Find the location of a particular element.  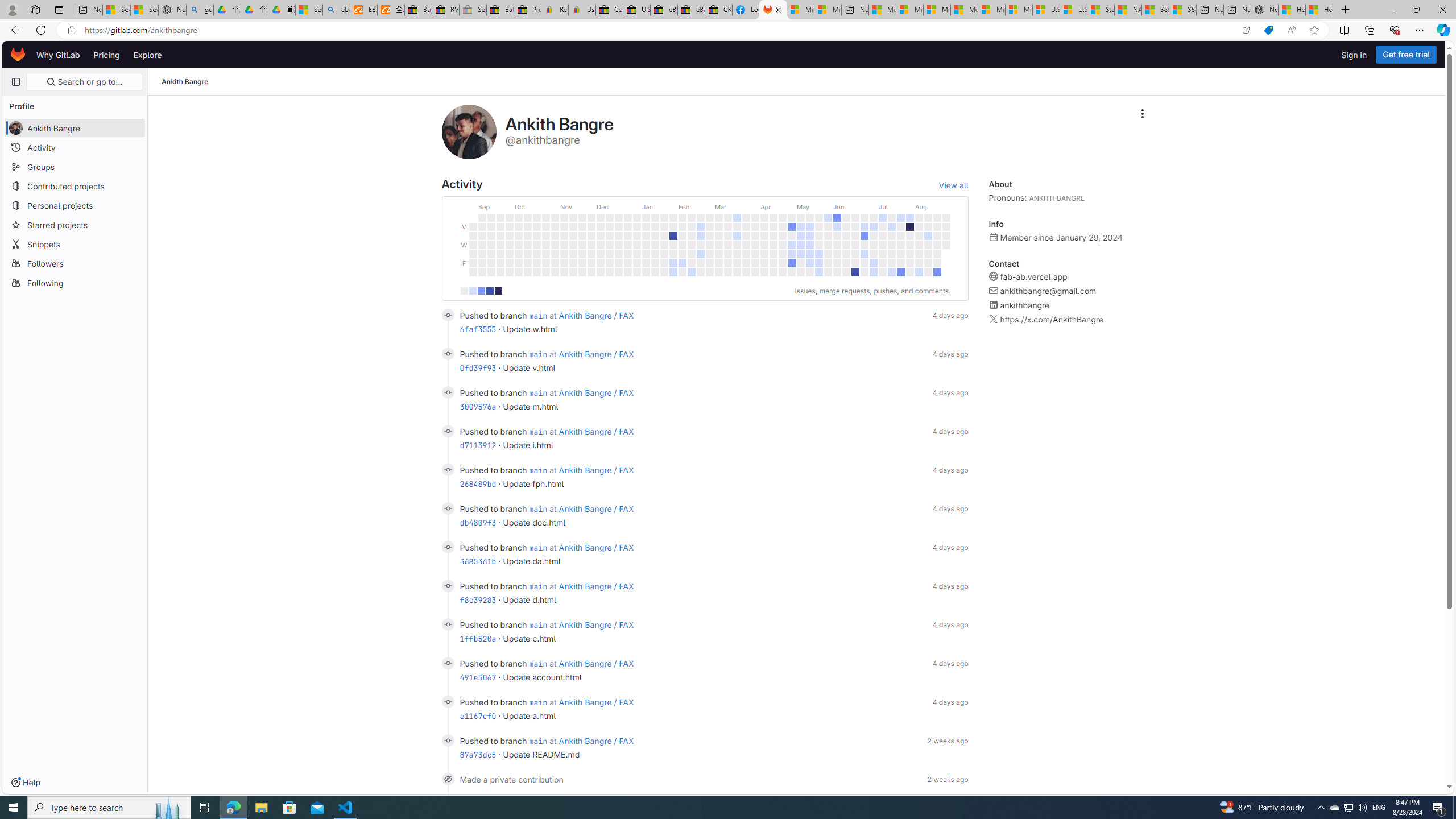

'Baby Keepsakes & Announcements for sale | eBay' is located at coordinates (500, 9).